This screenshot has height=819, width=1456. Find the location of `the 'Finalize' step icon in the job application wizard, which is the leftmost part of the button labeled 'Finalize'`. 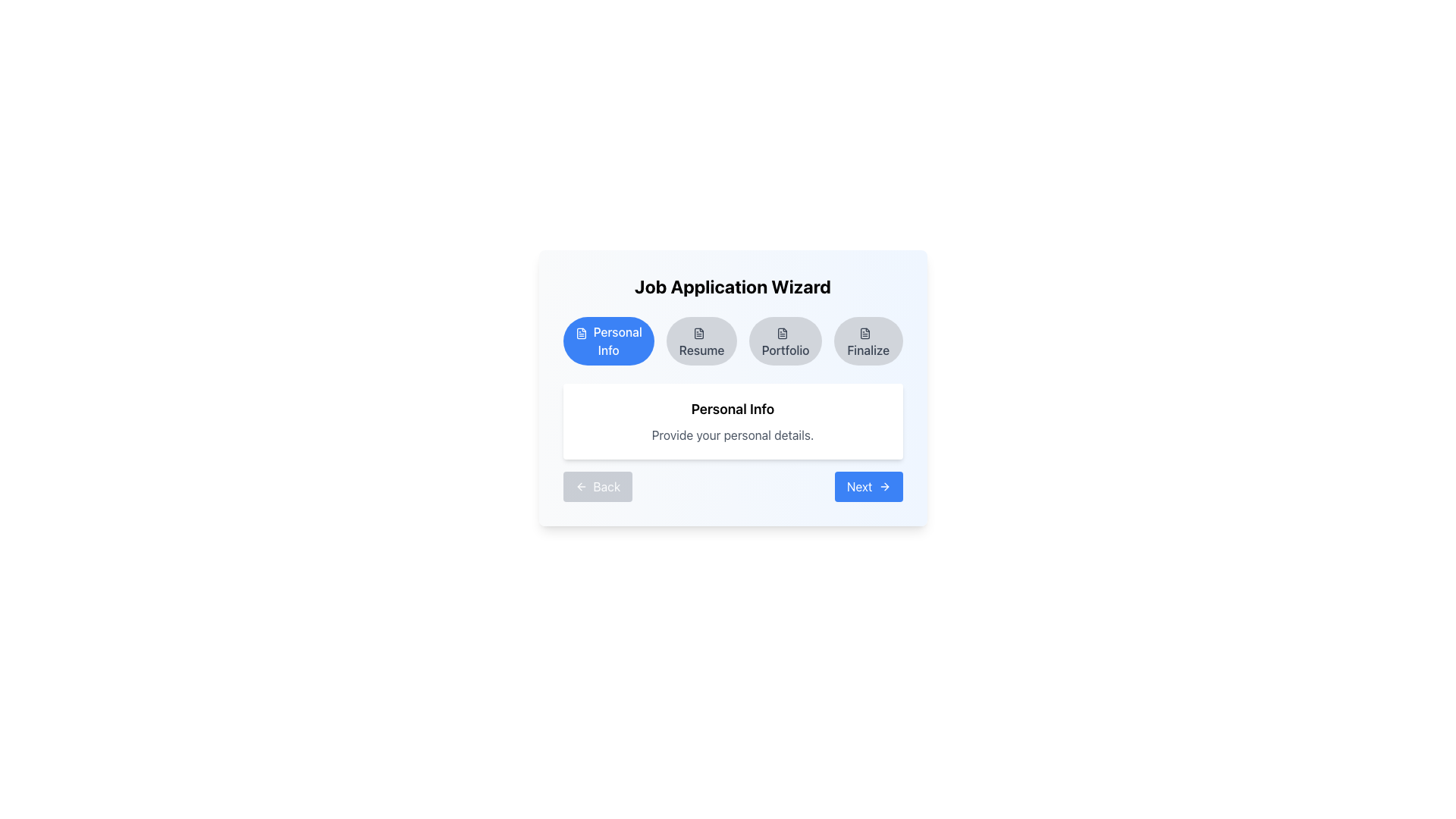

the 'Finalize' step icon in the job application wizard, which is the leftmost part of the button labeled 'Finalize' is located at coordinates (865, 332).